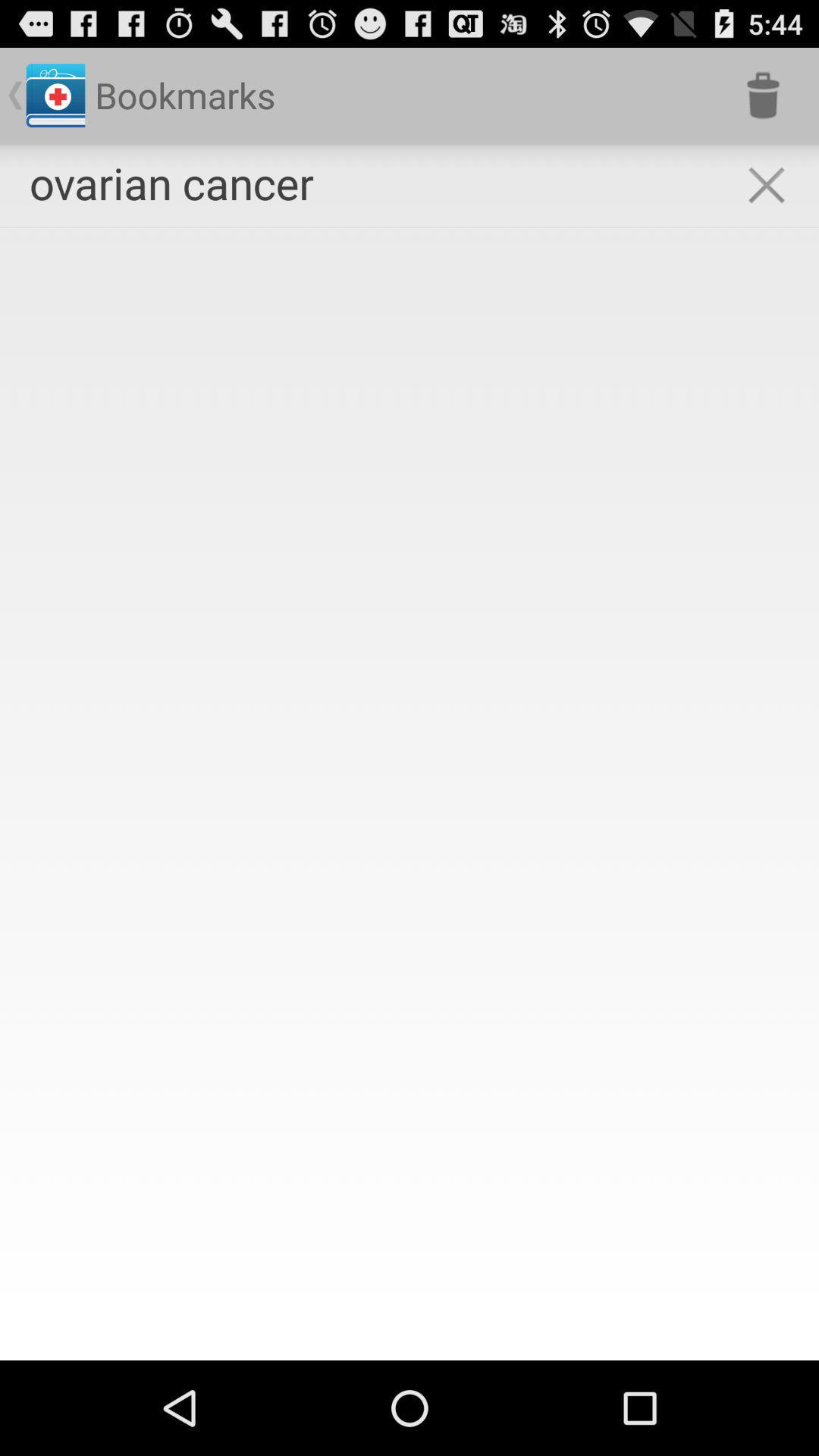  What do you see at coordinates (763, 94) in the screenshot?
I see `icon next to ovarian cancer icon` at bounding box center [763, 94].